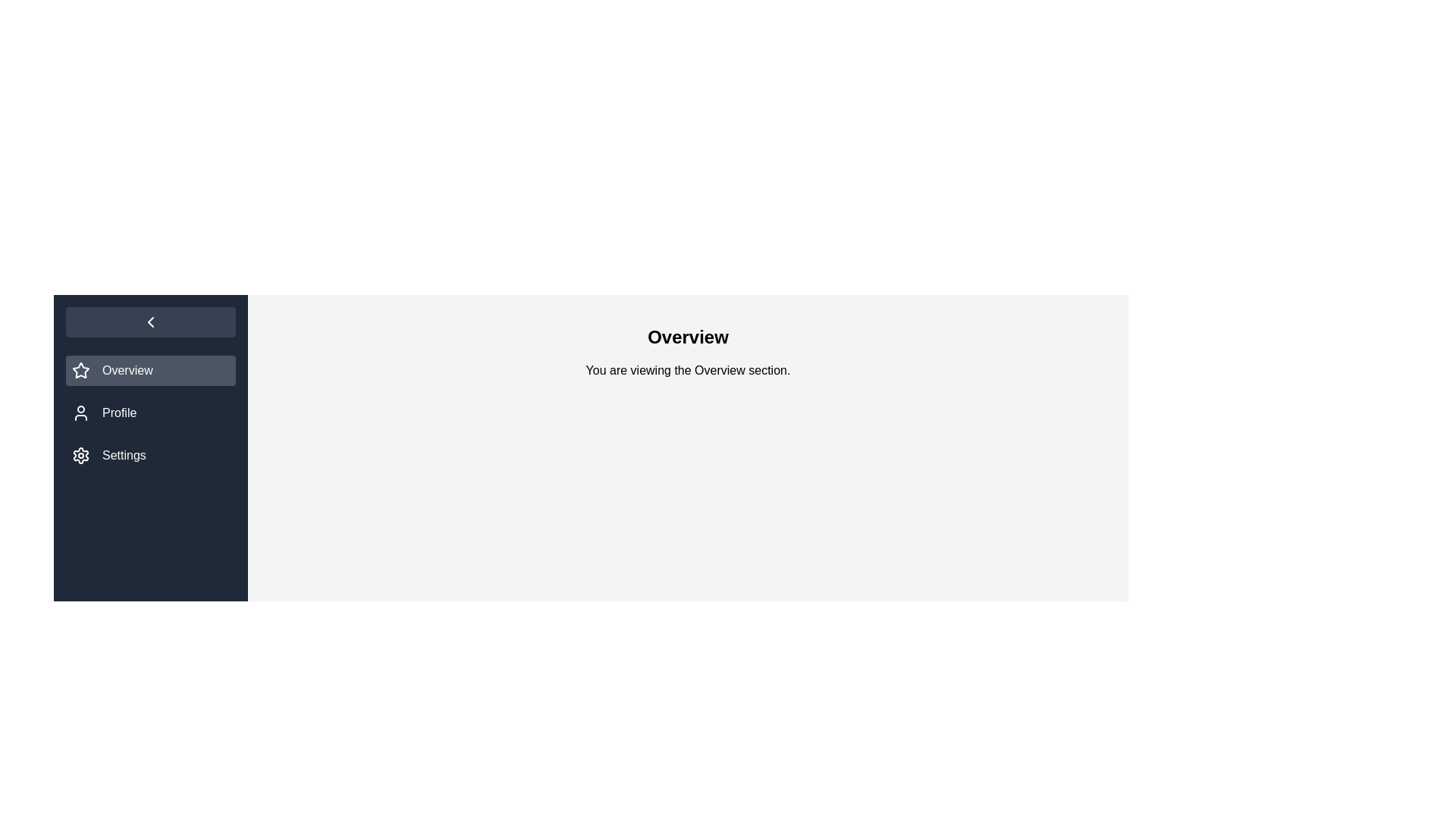 The height and width of the screenshot is (819, 1456). What do you see at coordinates (150, 455) in the screenshot?
I see `the Settings tab from the menu` at bounding box center [150, 455].